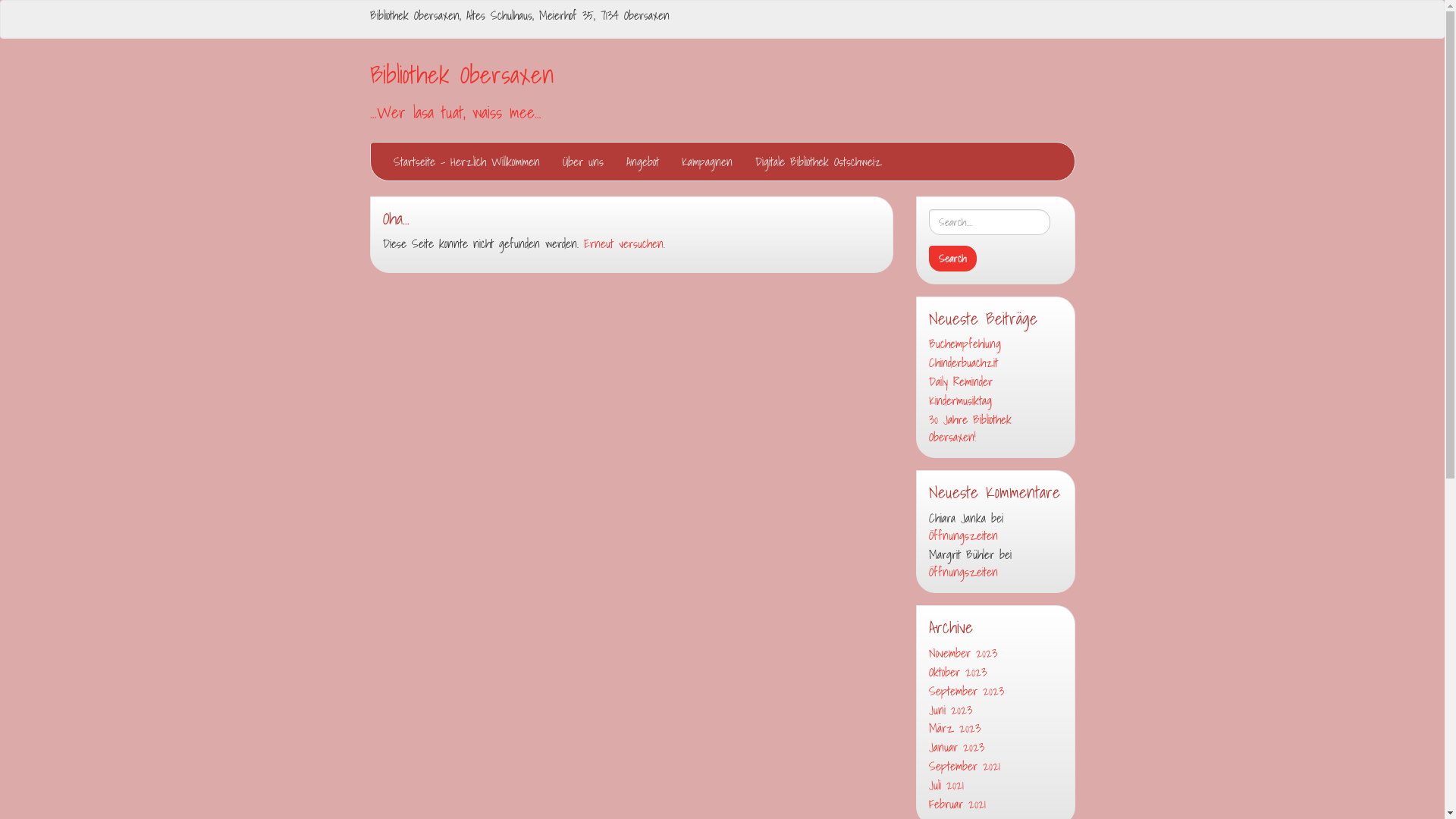  What do you see at coordinates (582, 242) in the screenshot?
I see `'Erneut versuchen.'` at bounding box center [582, 242].